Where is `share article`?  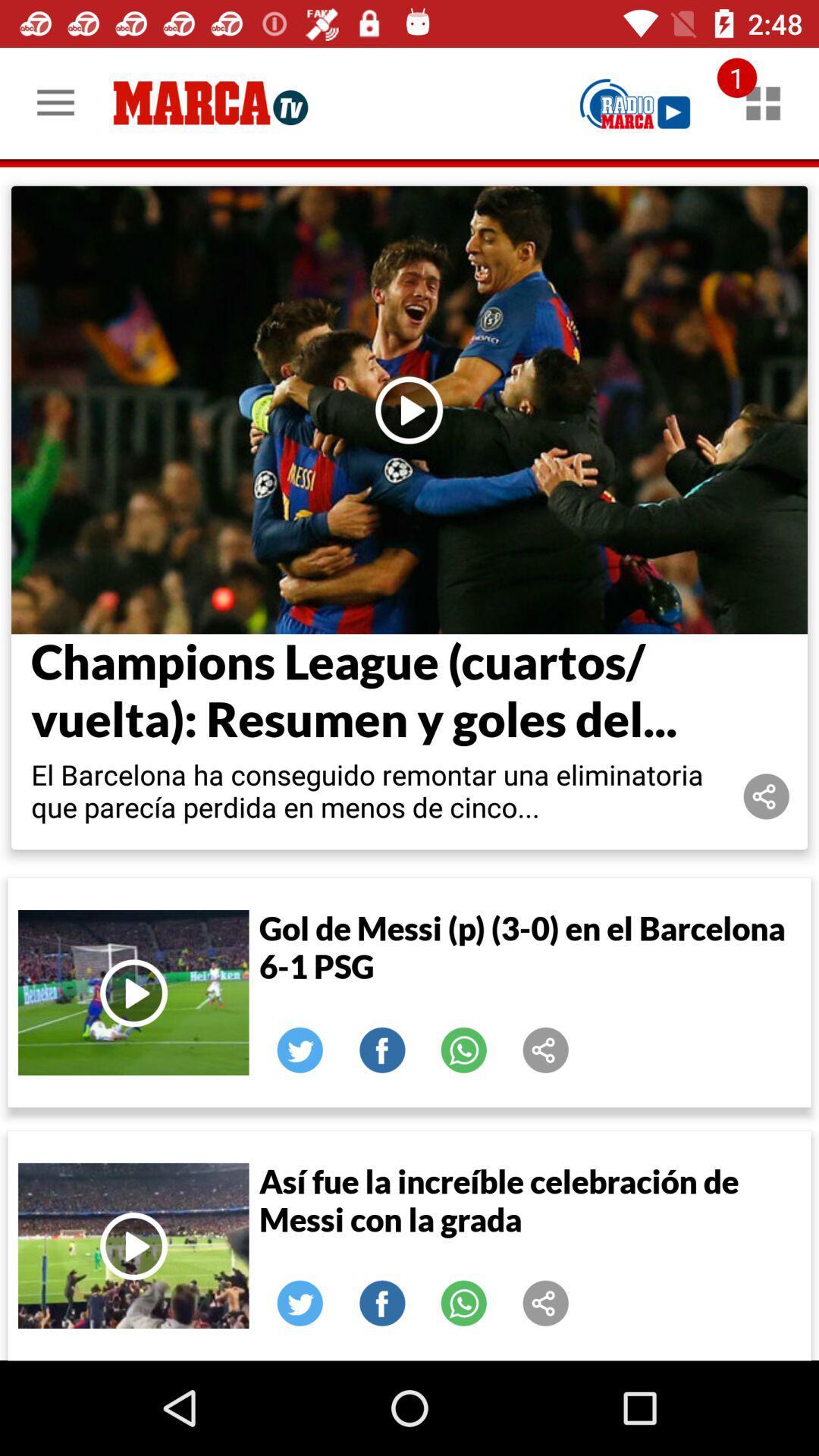
share article is located at coordinates (546, 1302).